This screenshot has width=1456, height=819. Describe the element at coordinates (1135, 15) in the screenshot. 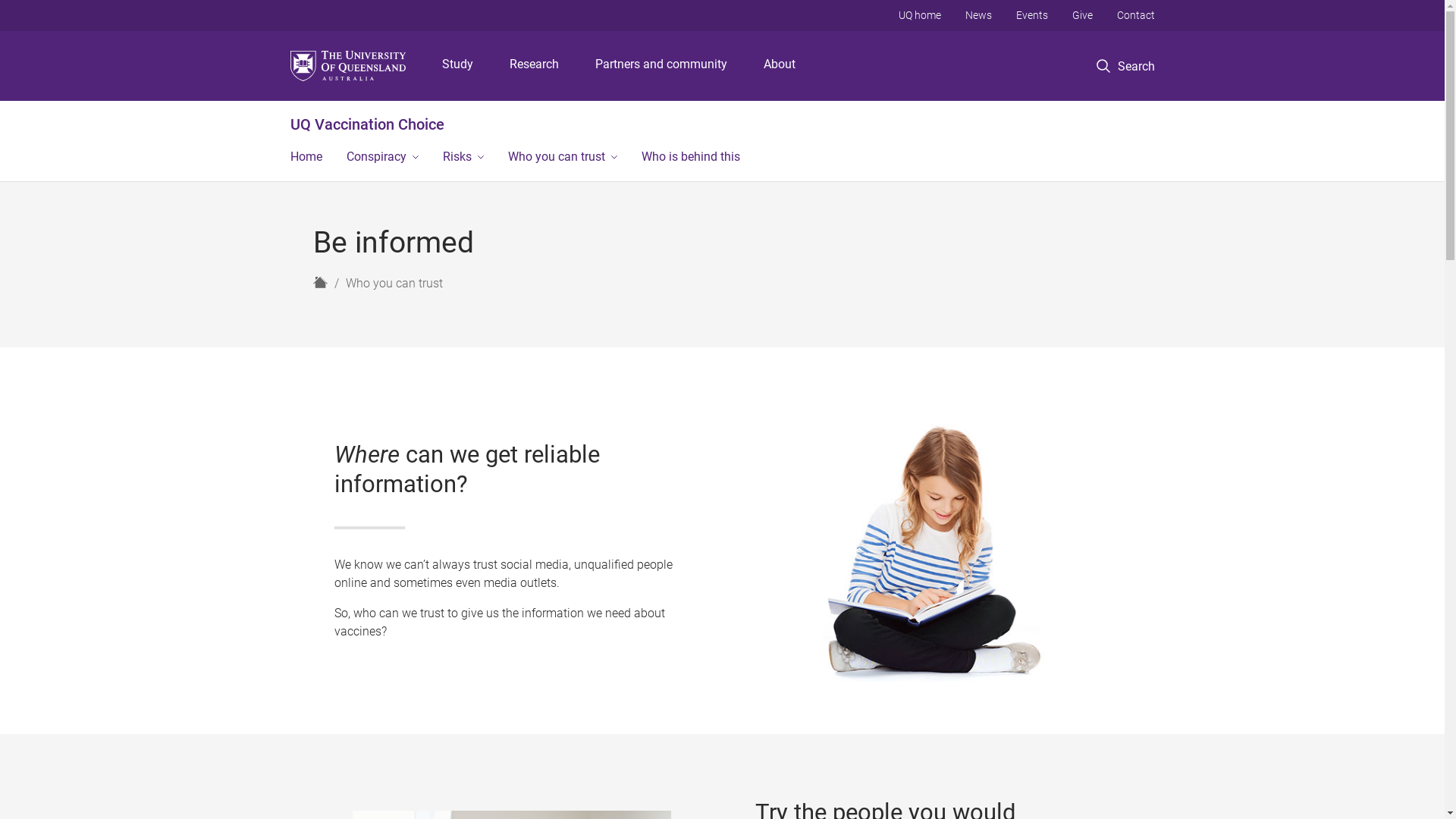

I see `'Contact'` at that location.